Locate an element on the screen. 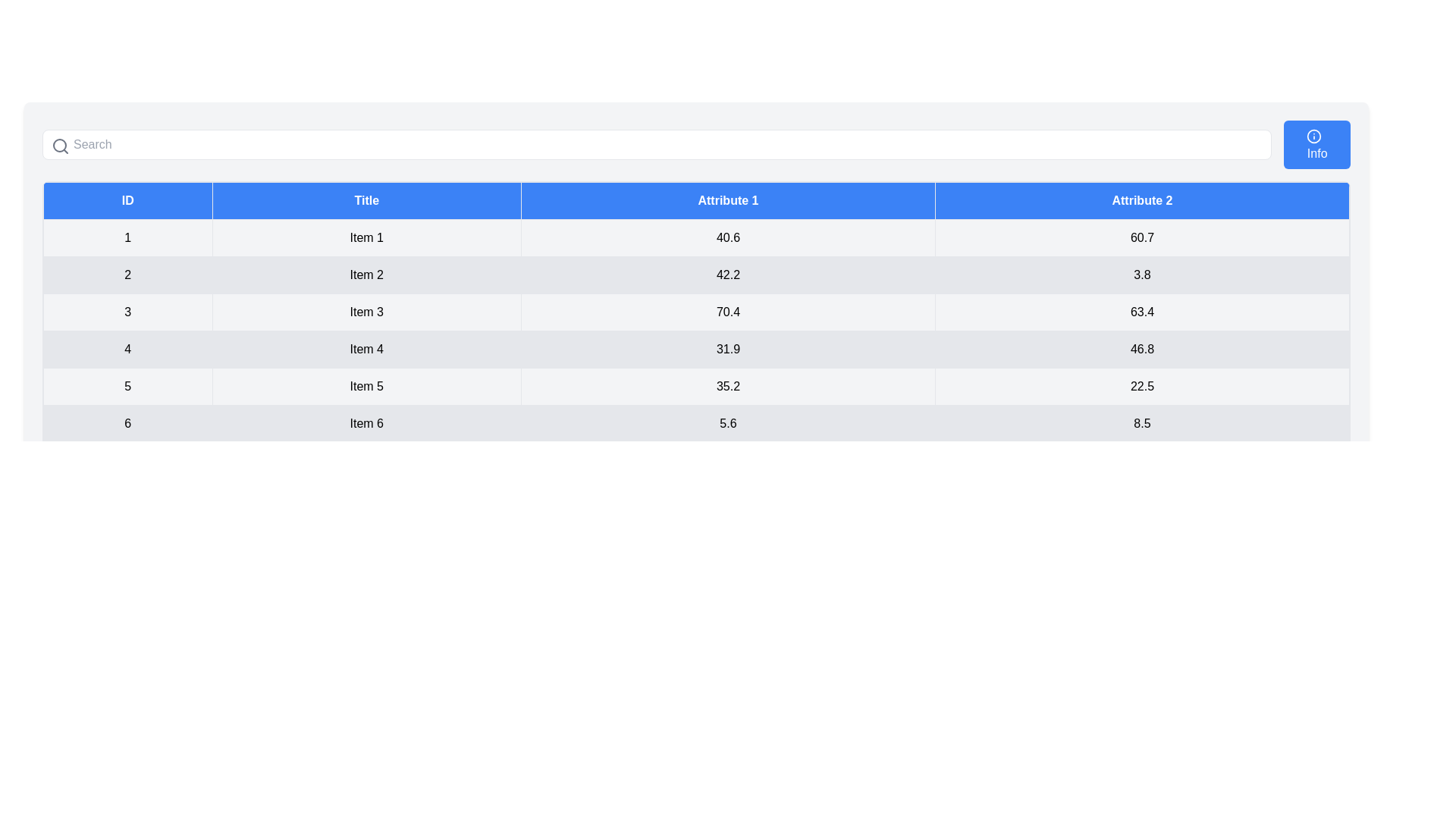 The height and width of the screenshot is (819, 1456). the column header ID to sort the table by that column is located at coordinates (127, 200).